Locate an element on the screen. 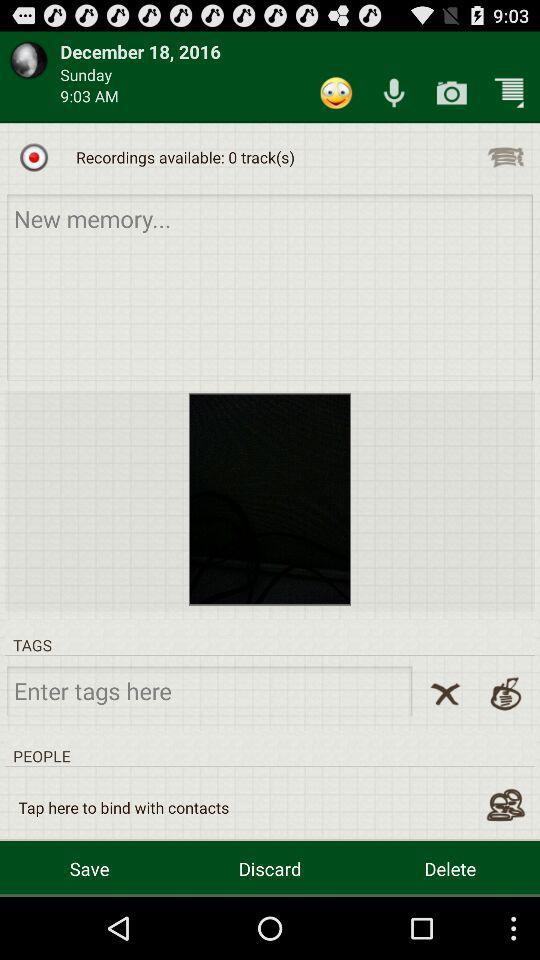  the group icon is located at coordinates (504, 860).